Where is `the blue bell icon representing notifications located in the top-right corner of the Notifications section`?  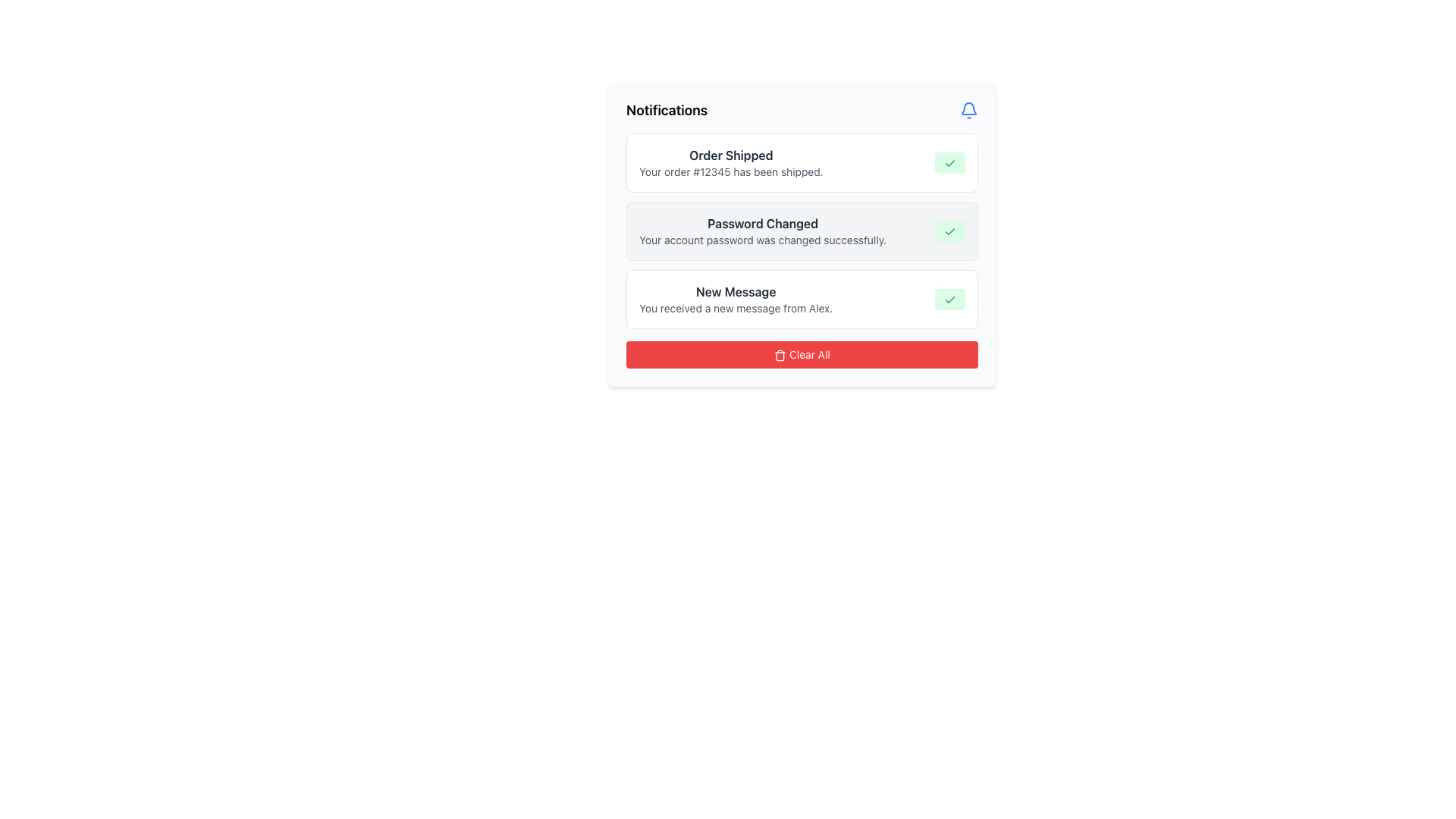
the blue bell icon representing notifications located in the top-right corner of the Notifications section is located at coordinates (968, 110).